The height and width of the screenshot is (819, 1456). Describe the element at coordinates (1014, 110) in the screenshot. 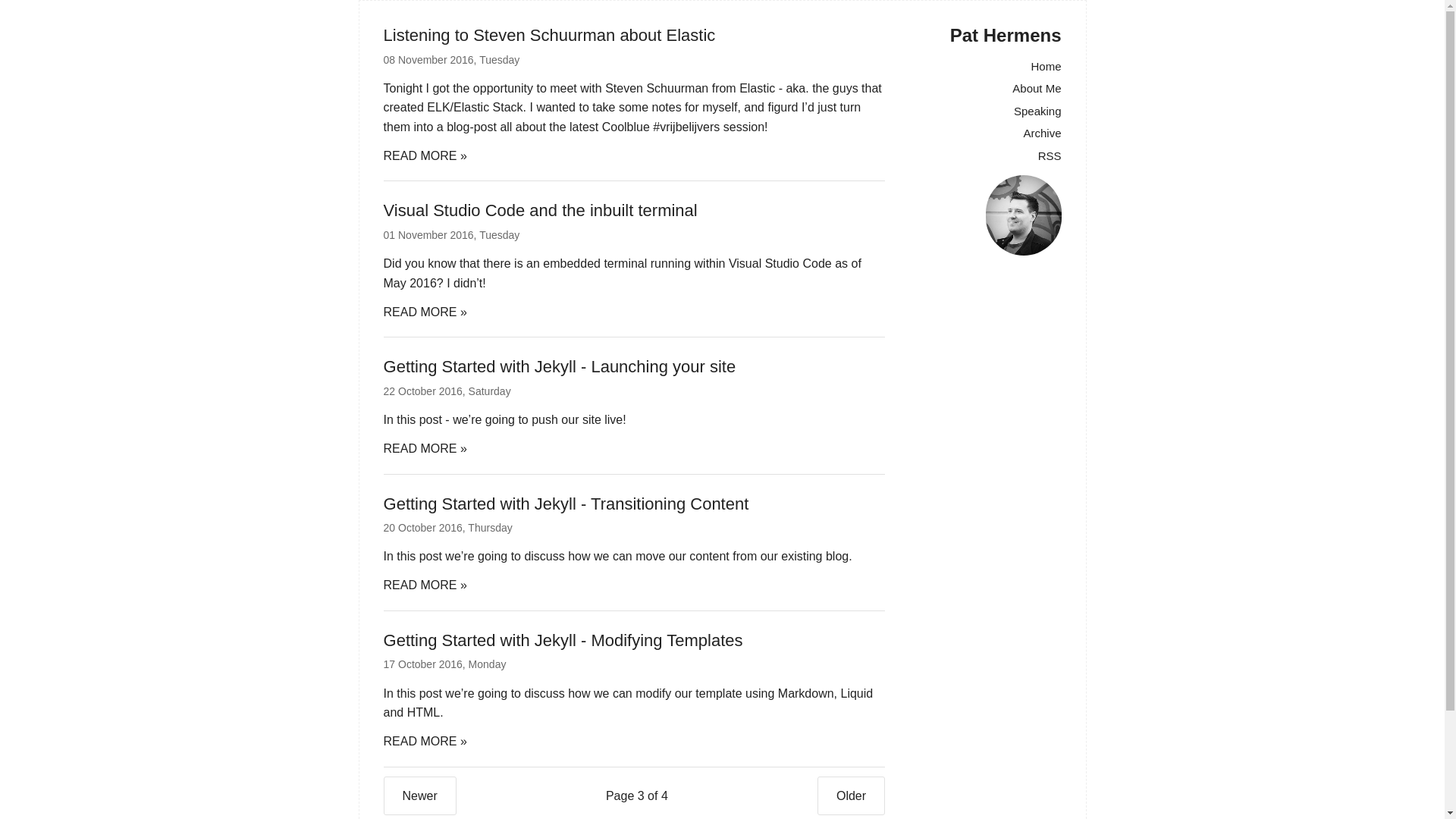

I see `'Speaking'` at that location.